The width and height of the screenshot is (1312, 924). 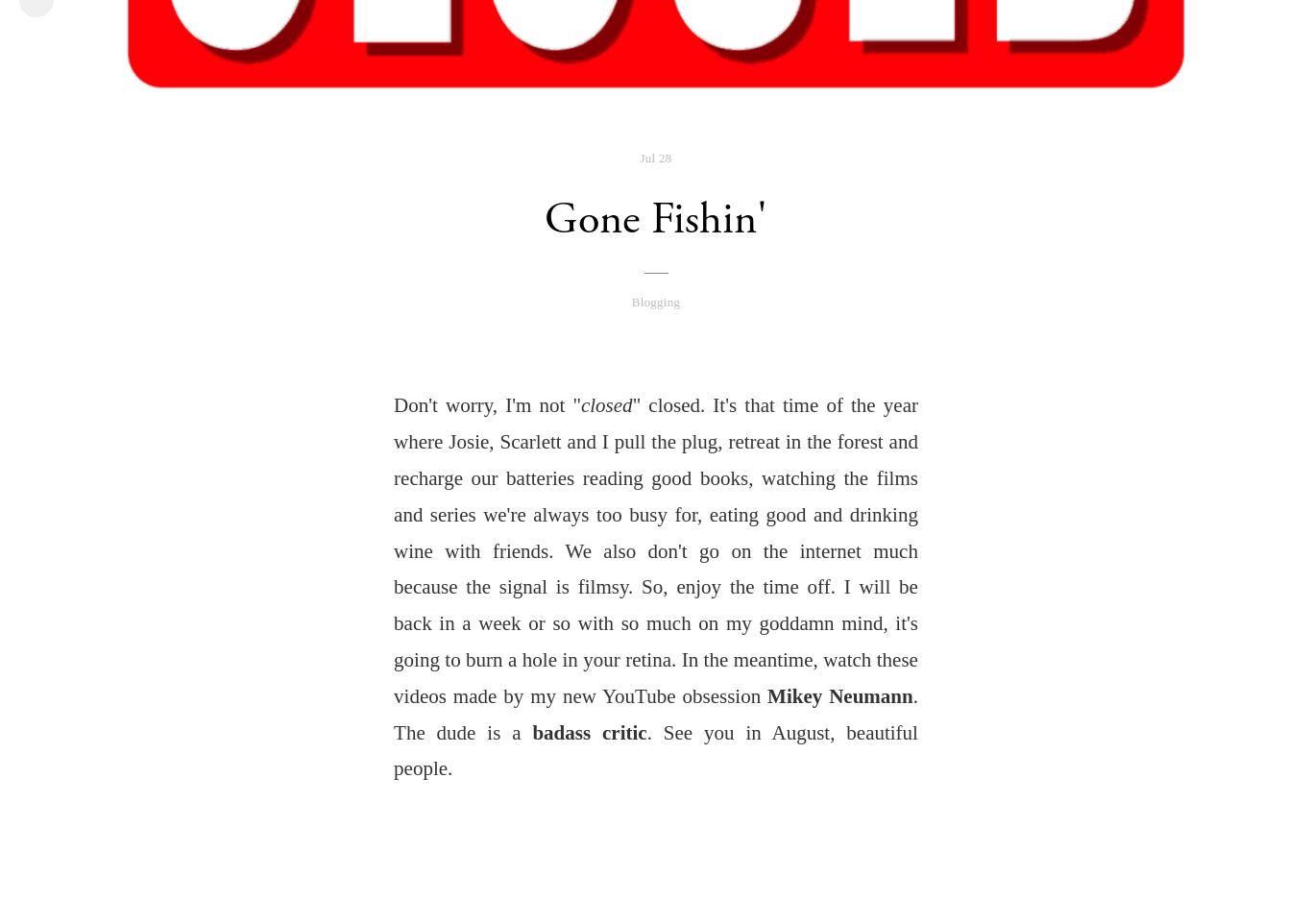 I want to click on '. See you in August, beautiful people.', so click(x=654, y=749).